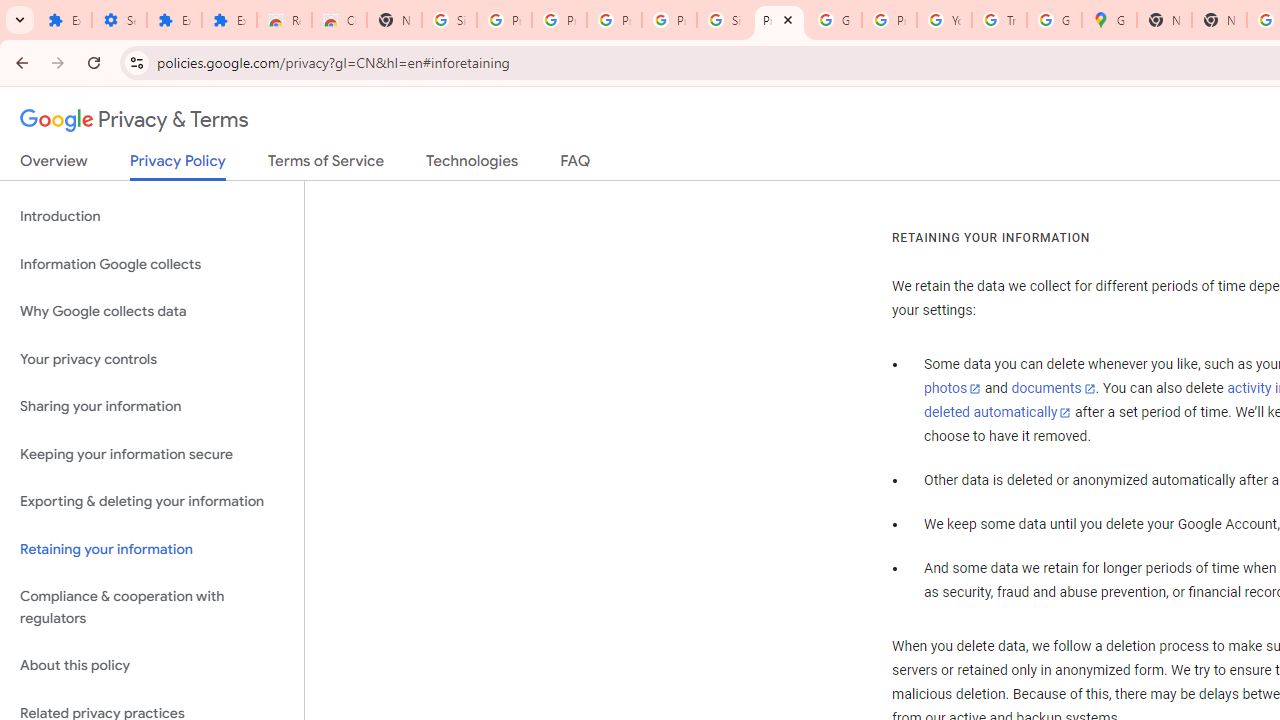 The height and width of the screenshot is (720, 1280). Describe the element at coordinates (724, 20) in the screenshot. I see `'Sign in - Google Accounts'` at that location.